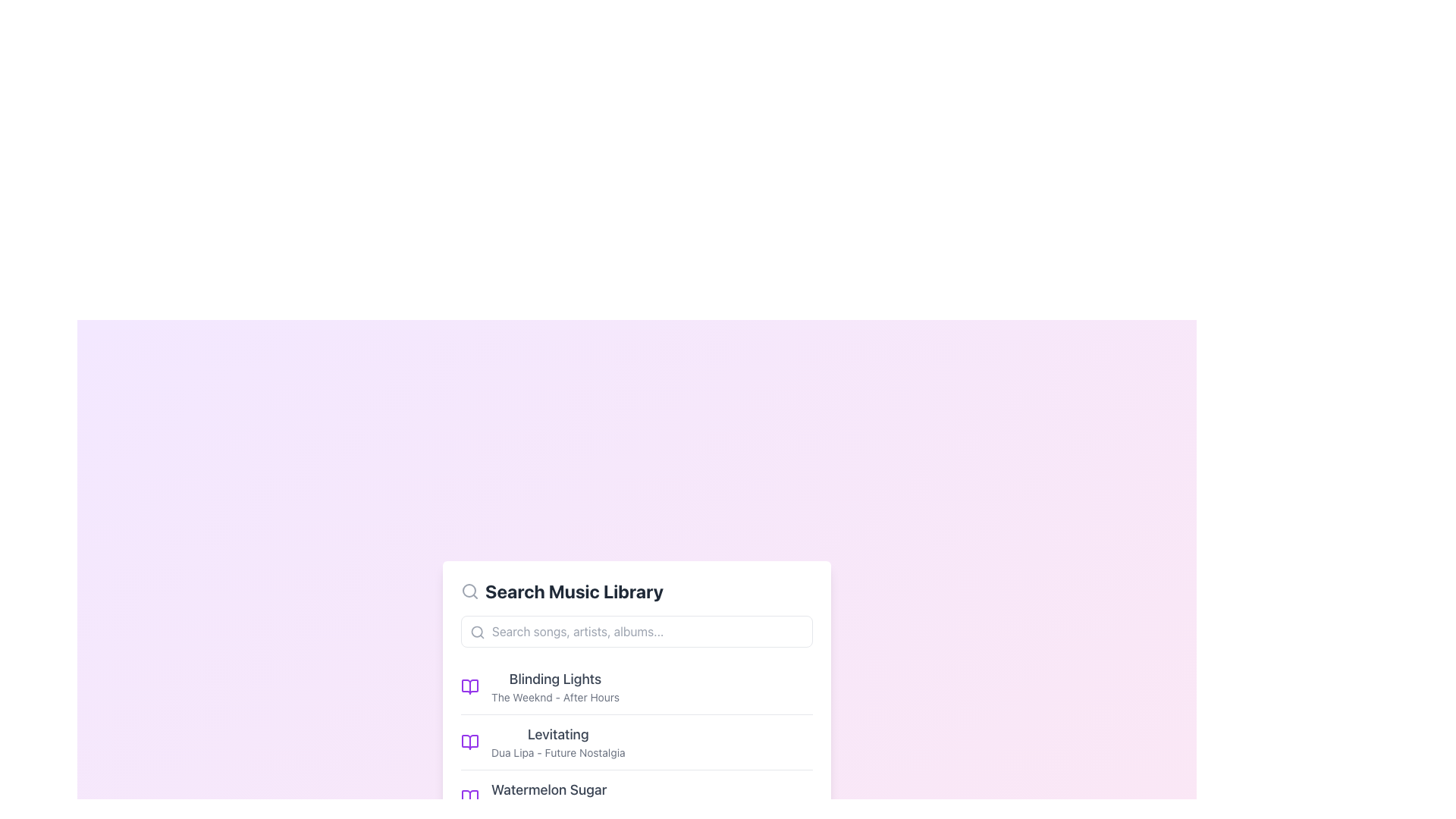 This screenshot has height=819, width=1456. What do you see at coordinates (548, 796) in the screenshot?
I see `the Text Label displaying the song title 'Watermelon Sugar'` at bounding box center [548, 796].